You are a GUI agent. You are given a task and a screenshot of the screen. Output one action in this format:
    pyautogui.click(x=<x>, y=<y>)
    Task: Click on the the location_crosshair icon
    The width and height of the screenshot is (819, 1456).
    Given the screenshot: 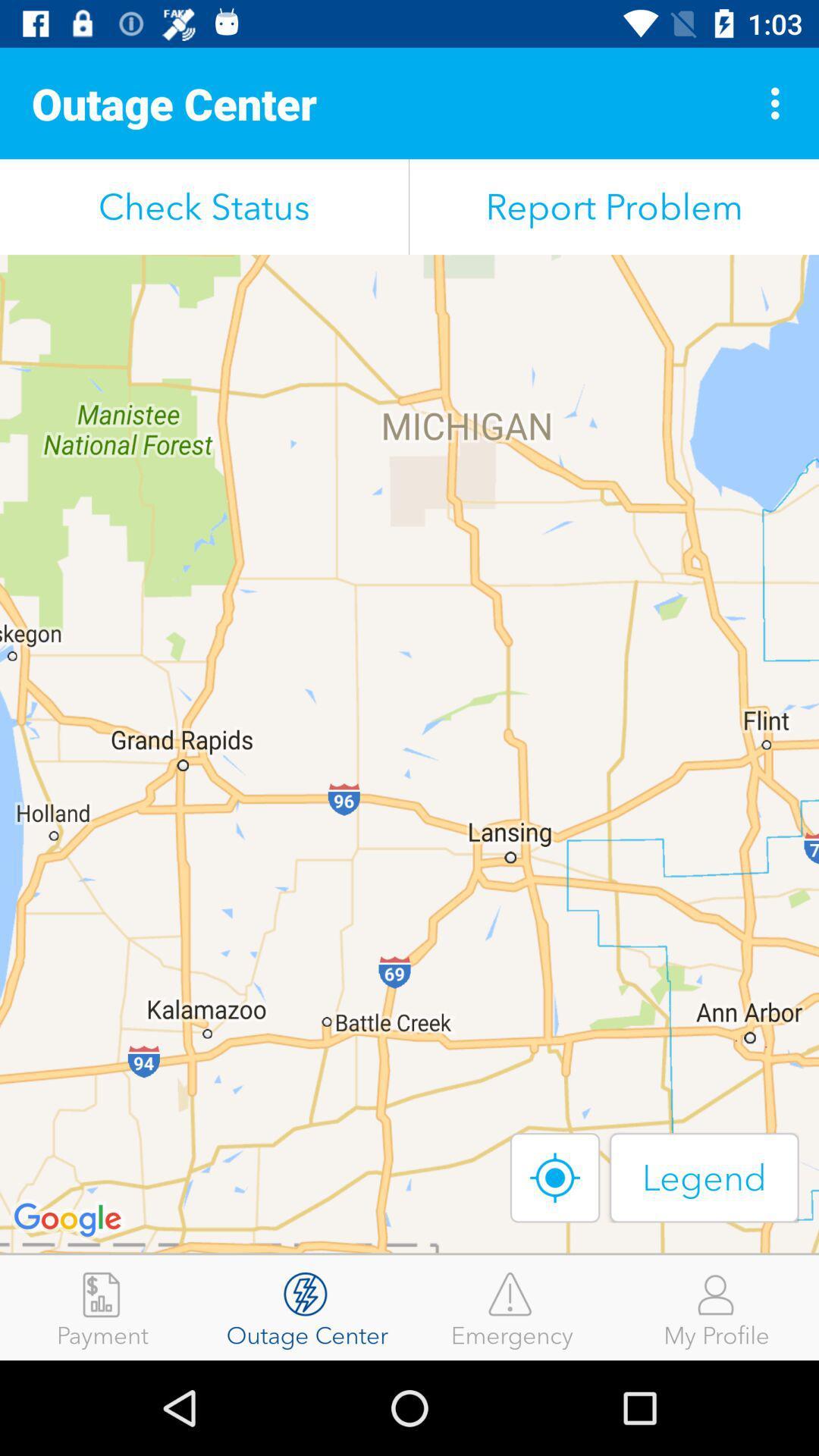 What is the action you would take?
    pyautogui.click(x=555, y=1177)
    